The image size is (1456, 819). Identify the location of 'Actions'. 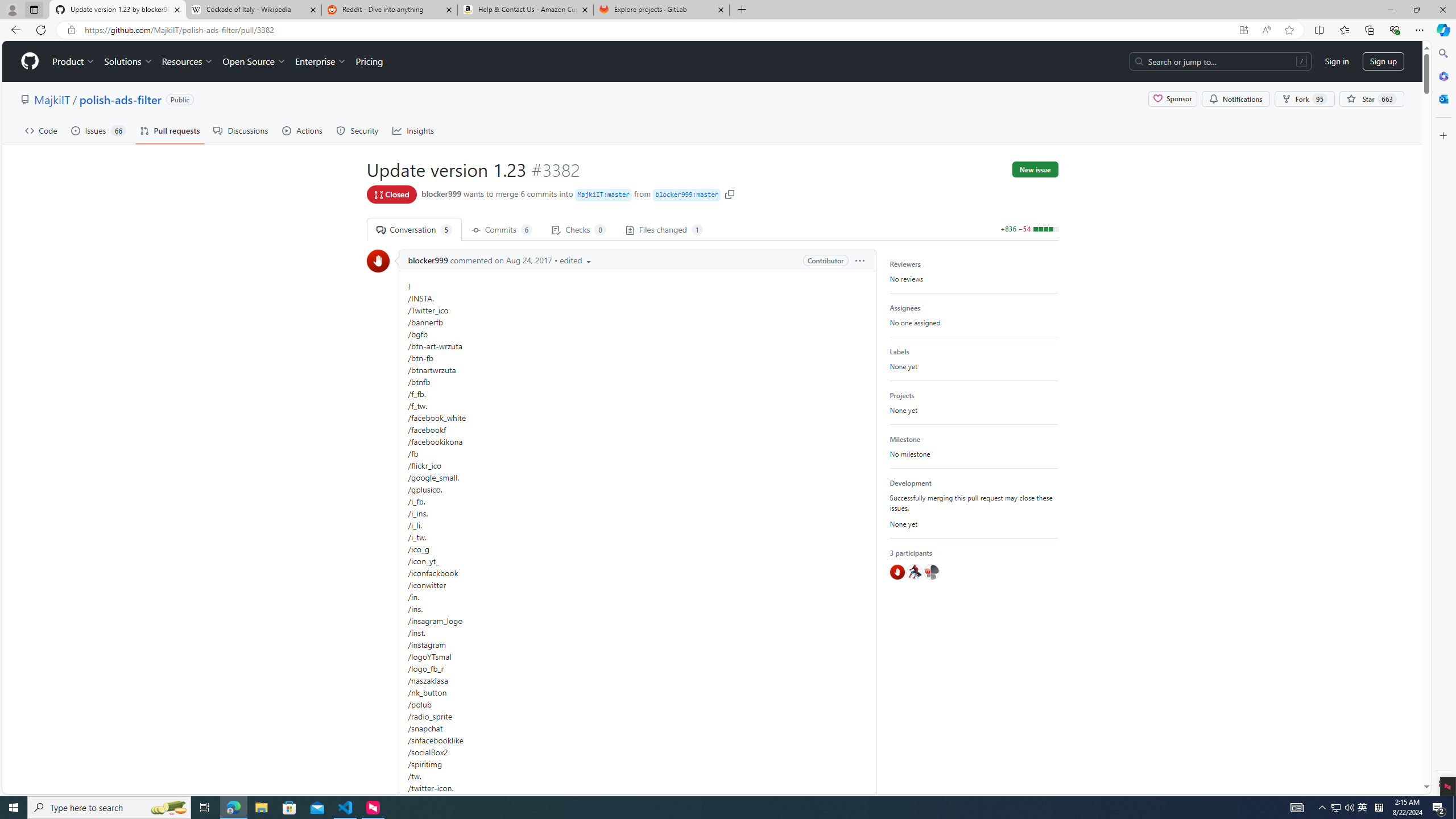
(302, 130).